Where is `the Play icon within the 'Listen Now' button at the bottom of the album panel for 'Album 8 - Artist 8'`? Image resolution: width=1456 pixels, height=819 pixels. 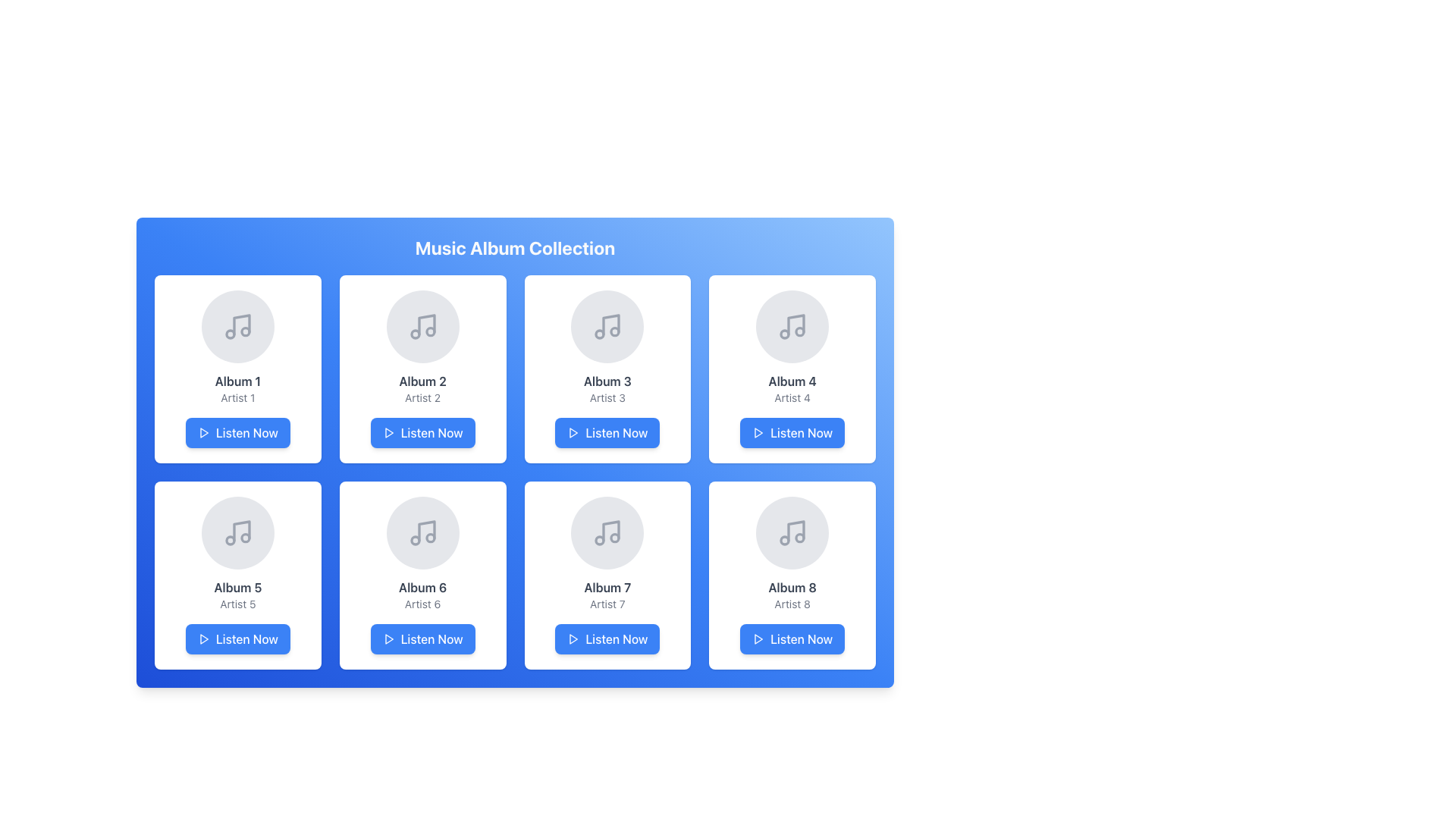 the Play icon within the 'Listen Now' button at the bottom of the album panel for 'Album 8 - Artist 8' is located at coordinates (758, 639).